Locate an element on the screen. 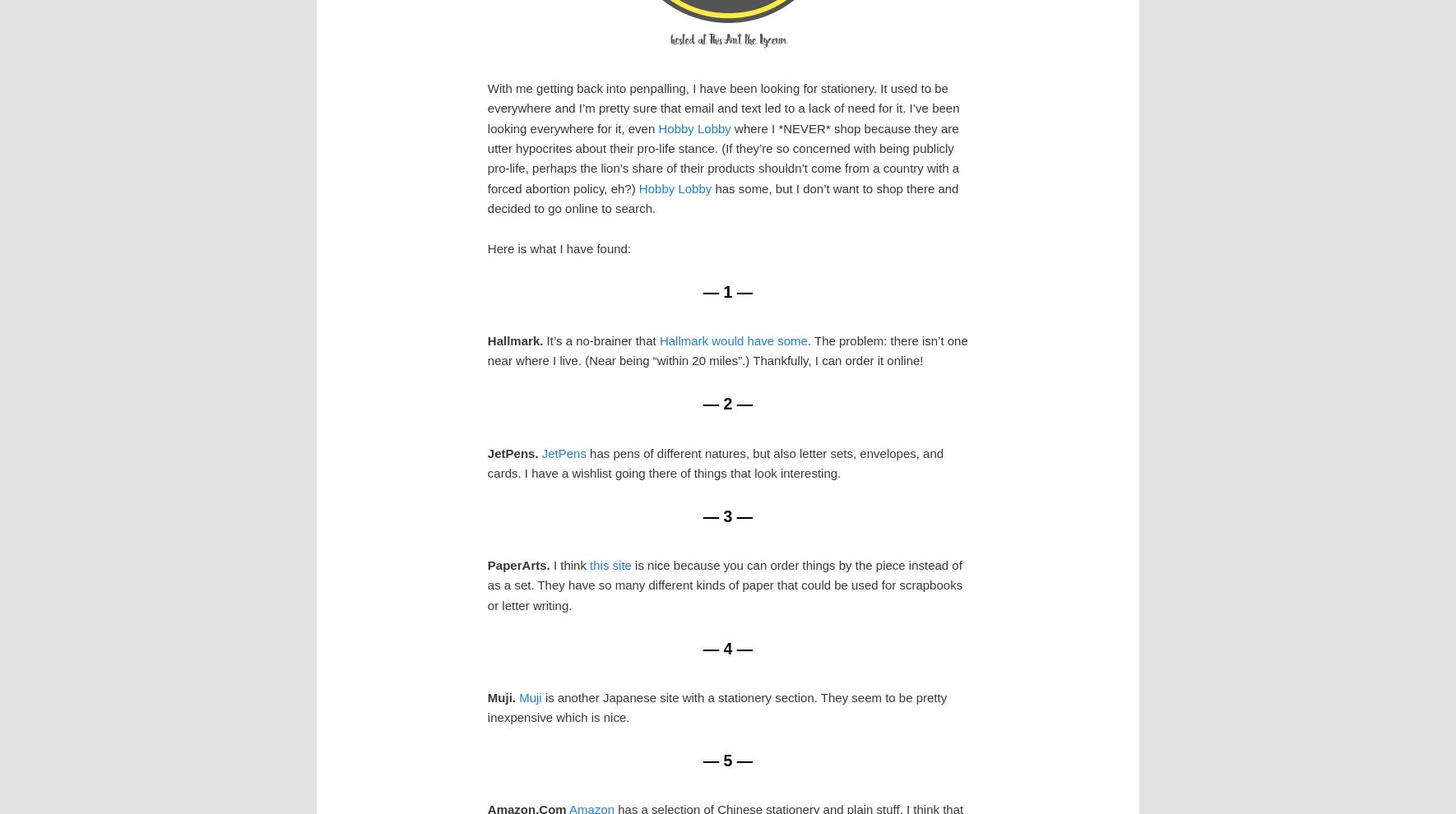 The image size is (1456, 814). 'With me getting back into penpalling, I have been looking for stationery. It used to be everywhere and I’m pretty sure that email and text led to a lack of need for it. I’ve been looking everywhere for it, even' is located at coordinates (722, 106).